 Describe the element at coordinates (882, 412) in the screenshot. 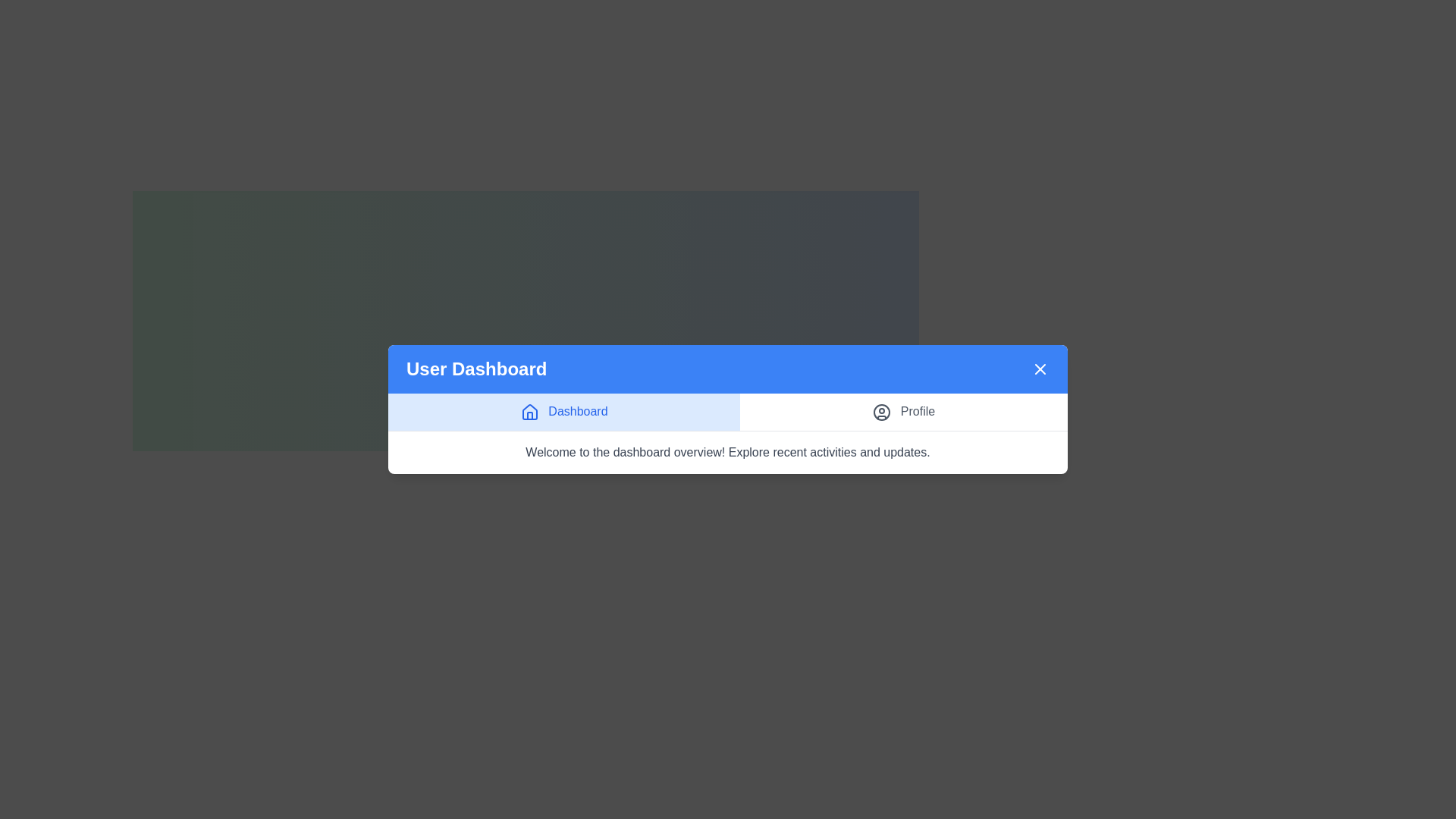

I see `the SVG Circle that serves as a decorative element for the user icon, located next to the 'Profile' button in the navigation bar of the dashboard` at that location.